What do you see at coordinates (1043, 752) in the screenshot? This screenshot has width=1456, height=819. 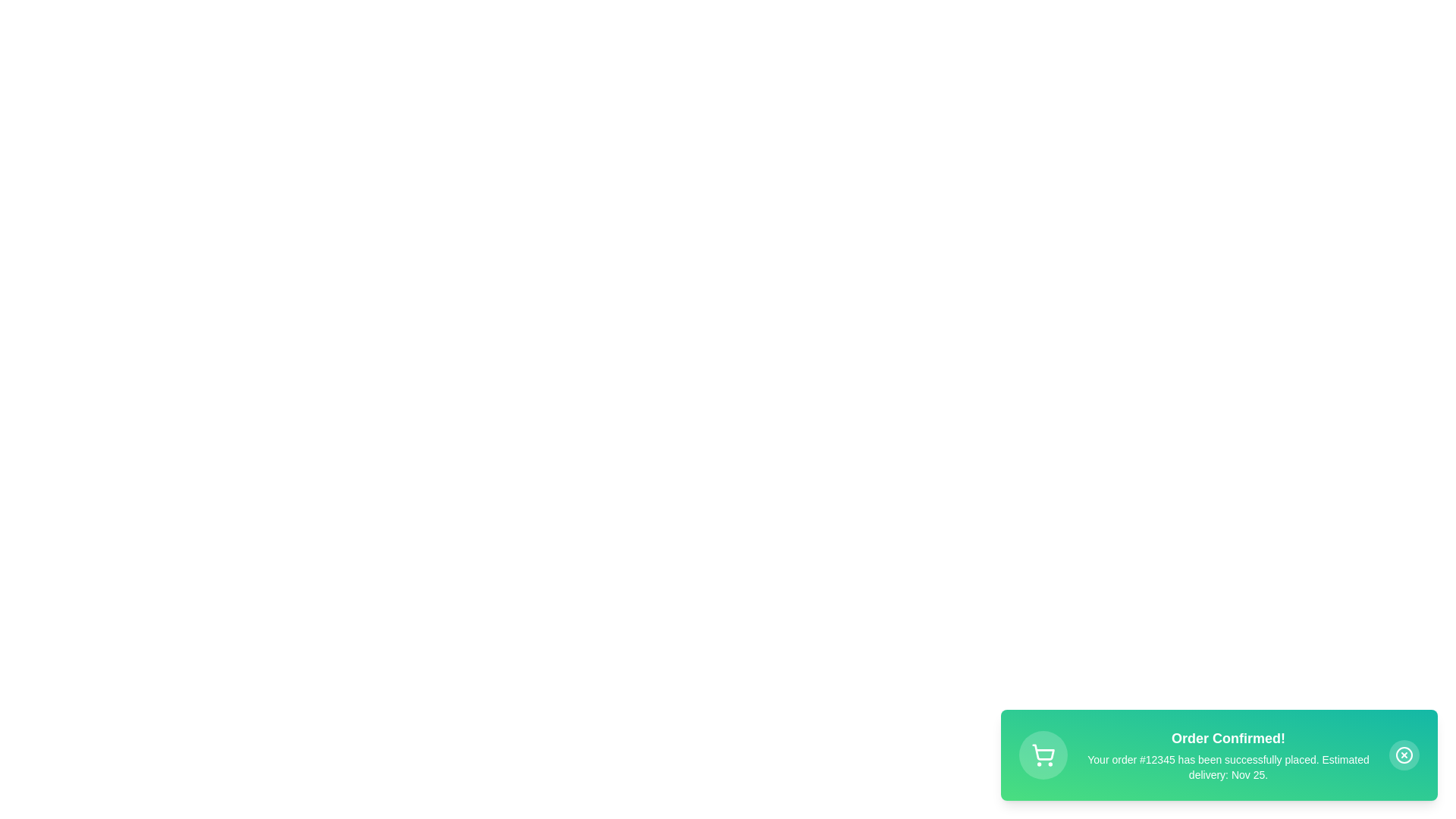 I see `the shopping cart icon, which has a rectangular basket with slanted edges and a green background, located in the lower-right portion of the interface` at bounding box center [1043, 752].